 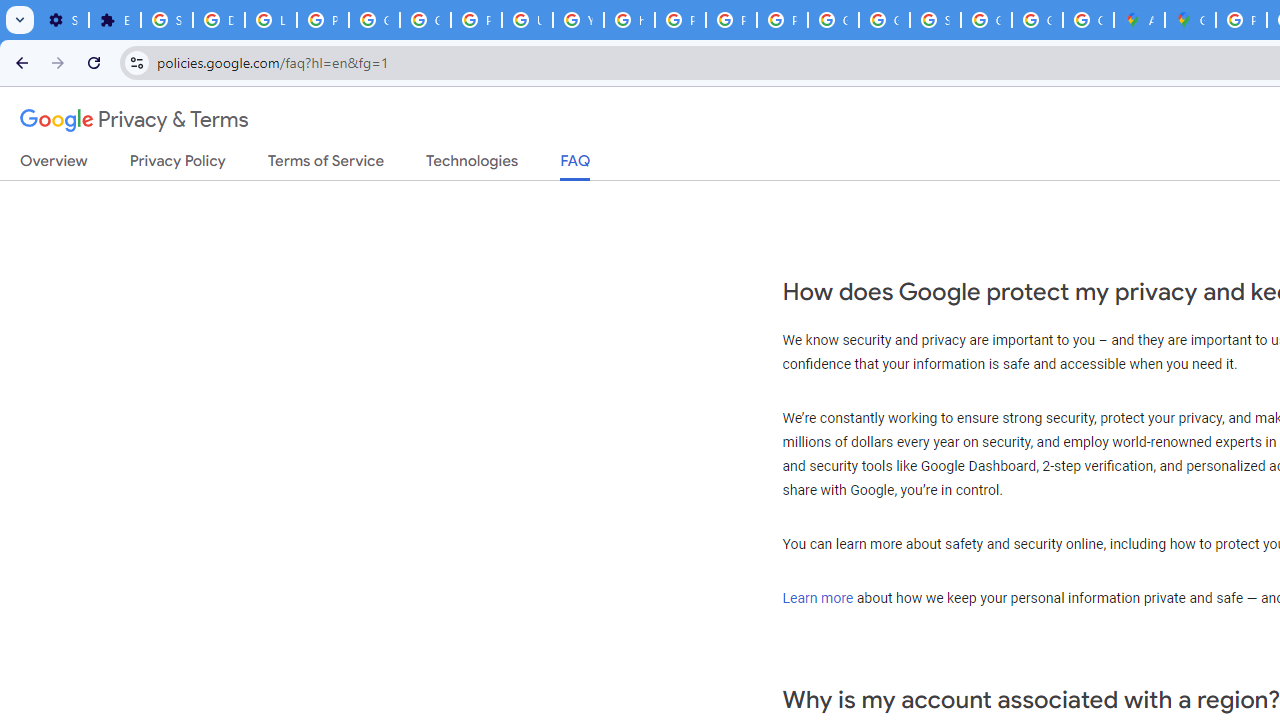 What do you see at coordinates (1240, 20) in the screenshot?
I see `'Policy Accountability and Transparency - Transparency Center'` at bounding box center [1240, 20].